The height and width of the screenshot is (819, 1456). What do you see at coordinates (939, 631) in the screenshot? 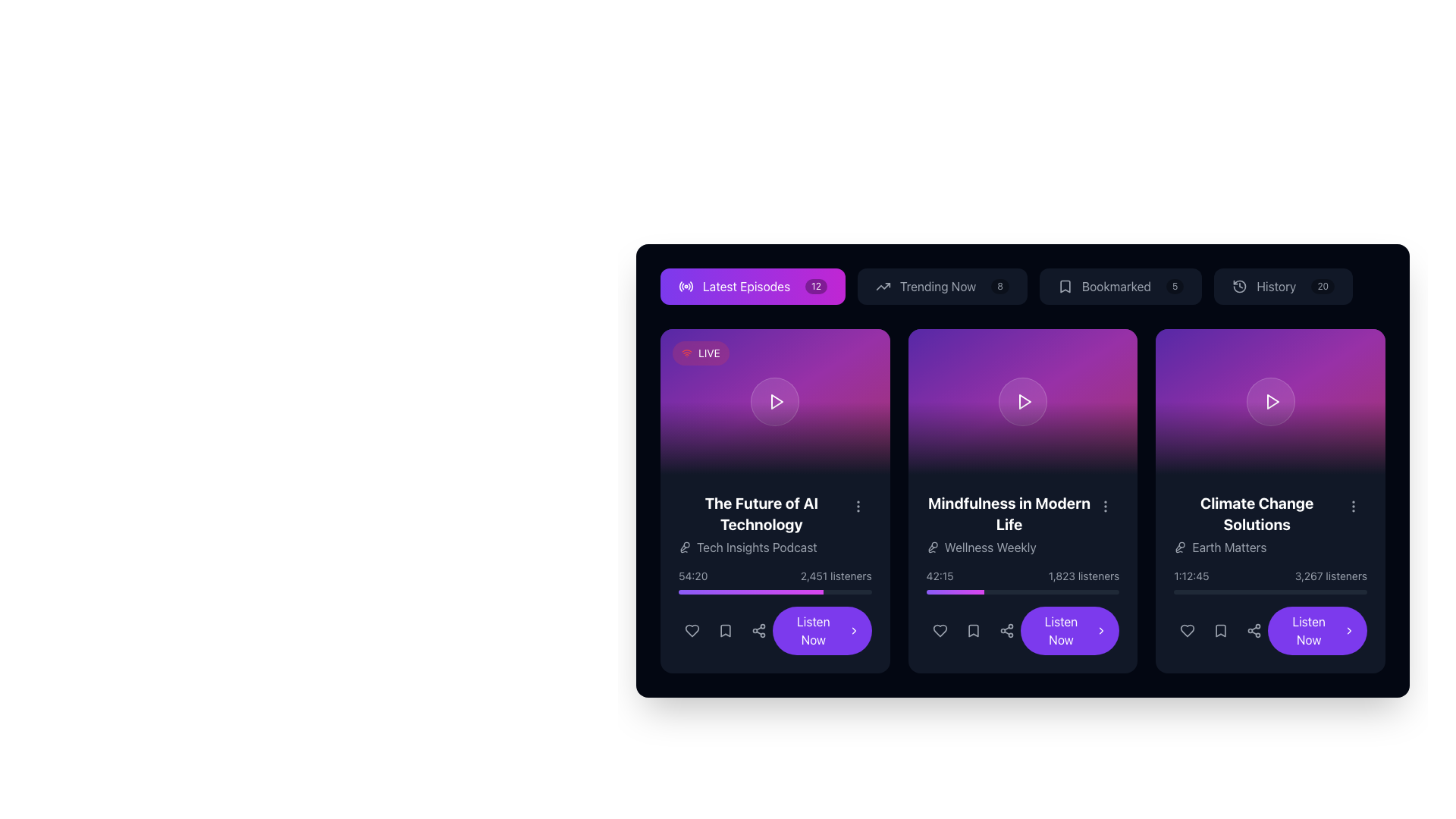
I see `the heart icon used for favoriting or liking a podcast, located within the second card` at bounding box center [939, 631].